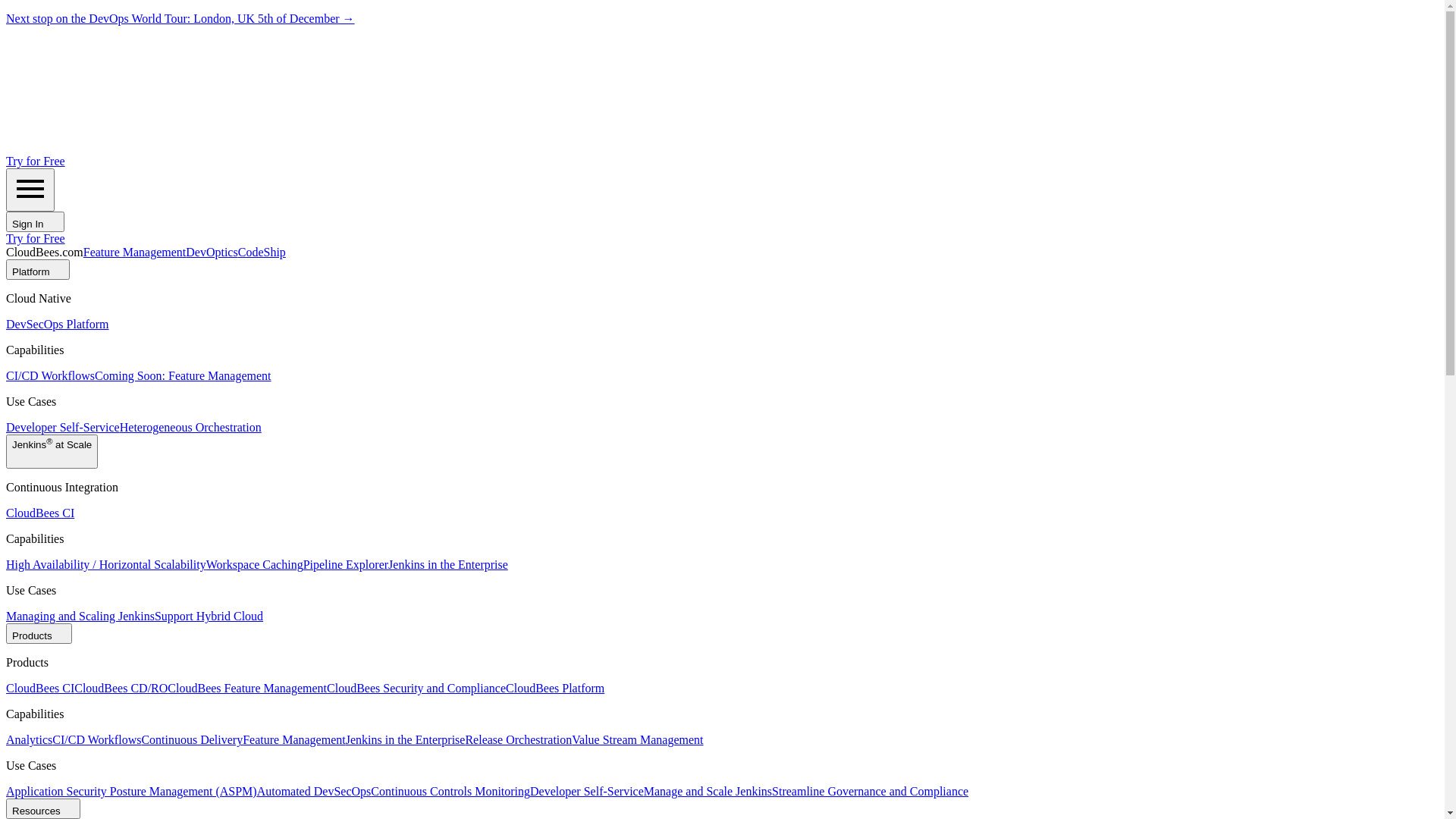 This screenshot has height=819, width=1456. What do you see at coordinates (36, 238) in the screenshot?
I see `'Try for Free'` at bounding box center [36, 238].